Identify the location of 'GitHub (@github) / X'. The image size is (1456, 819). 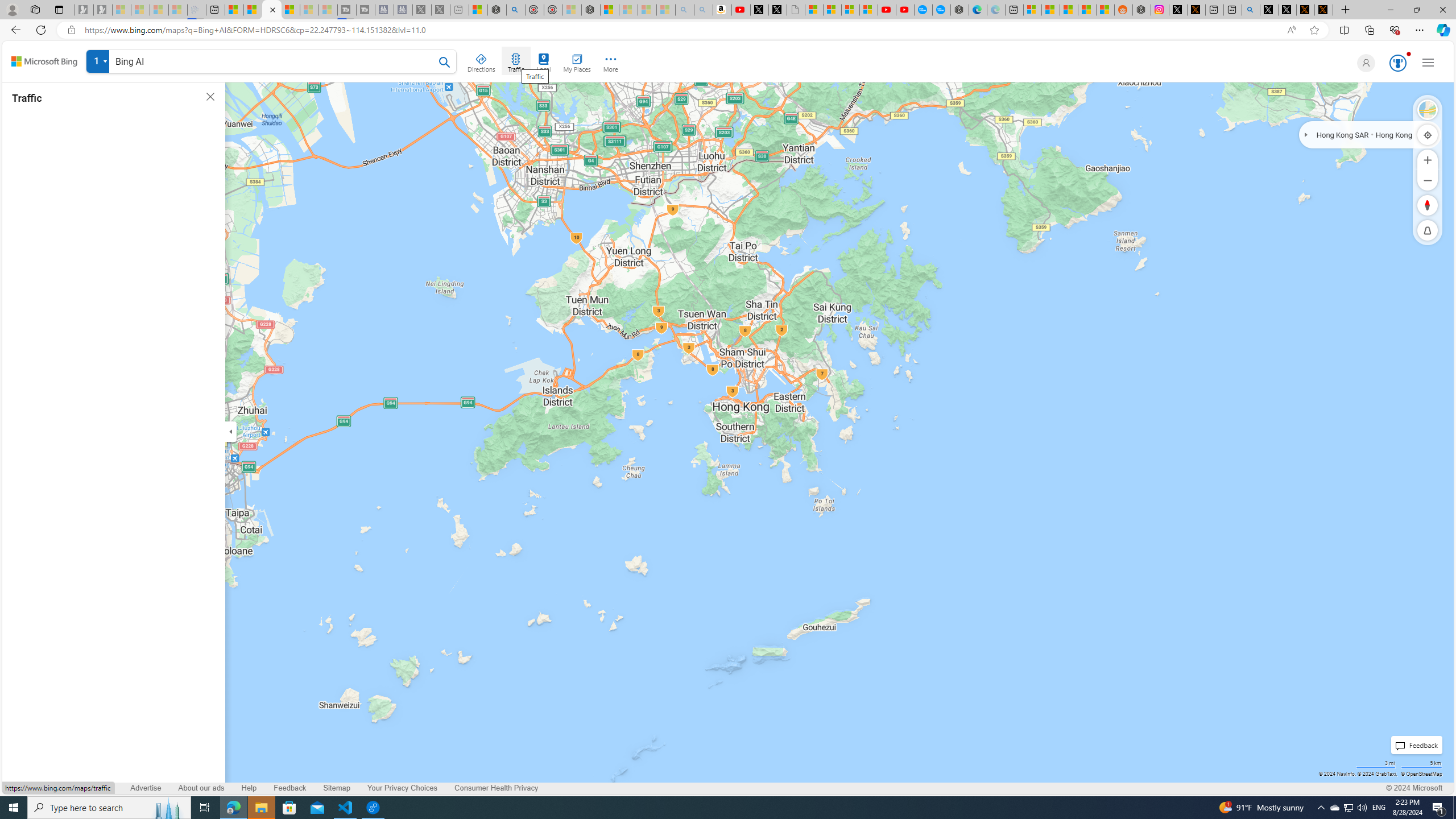
(1287, 9).